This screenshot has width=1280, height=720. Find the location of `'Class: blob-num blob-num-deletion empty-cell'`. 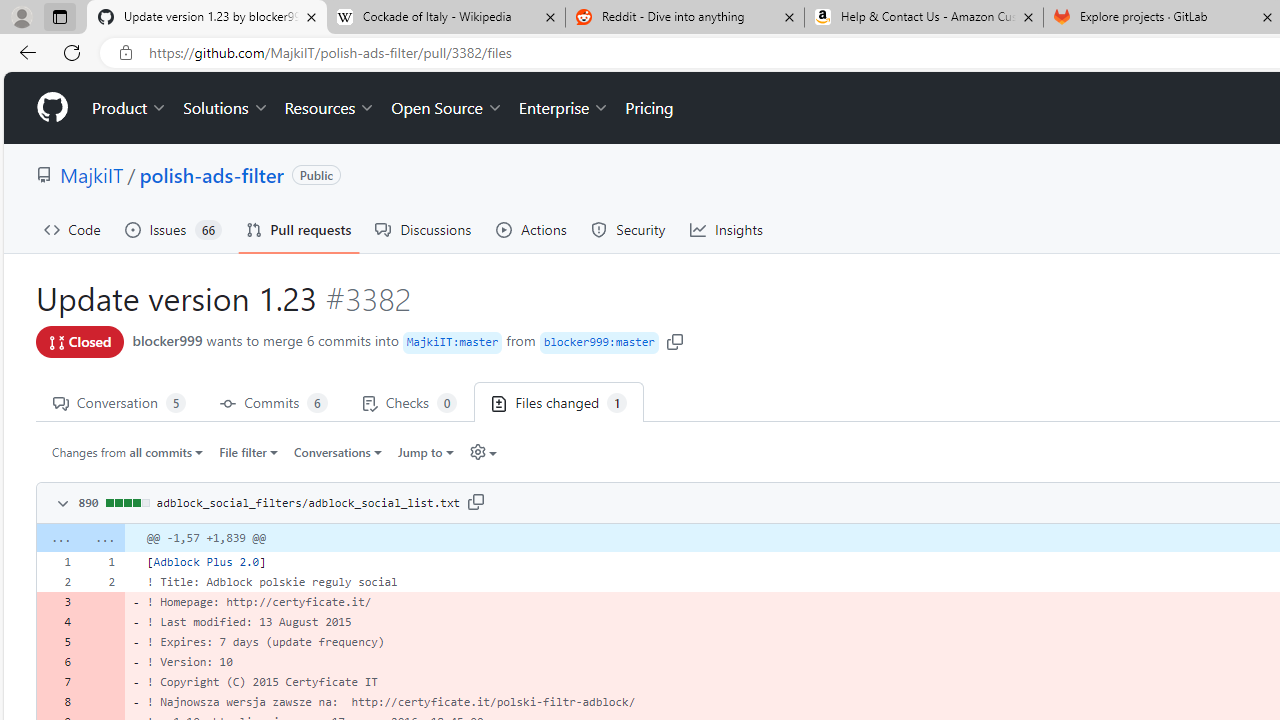

'Class: blob-num blob-num-deletion empty-cell' is located at coordinates (102, 701).